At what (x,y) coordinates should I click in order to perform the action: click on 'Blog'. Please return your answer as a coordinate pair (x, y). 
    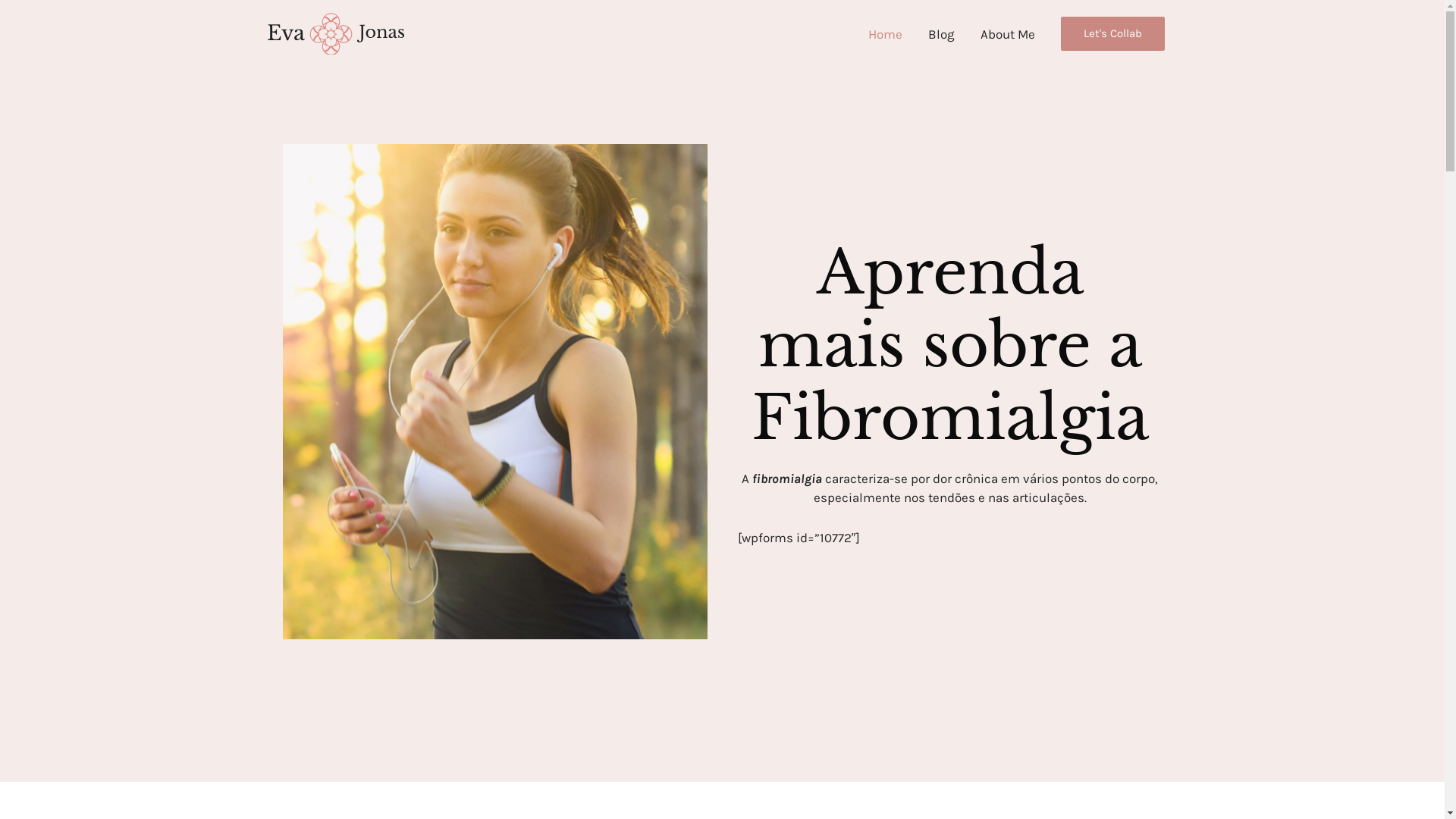
    Looking at the image, I should click on (940, 34).